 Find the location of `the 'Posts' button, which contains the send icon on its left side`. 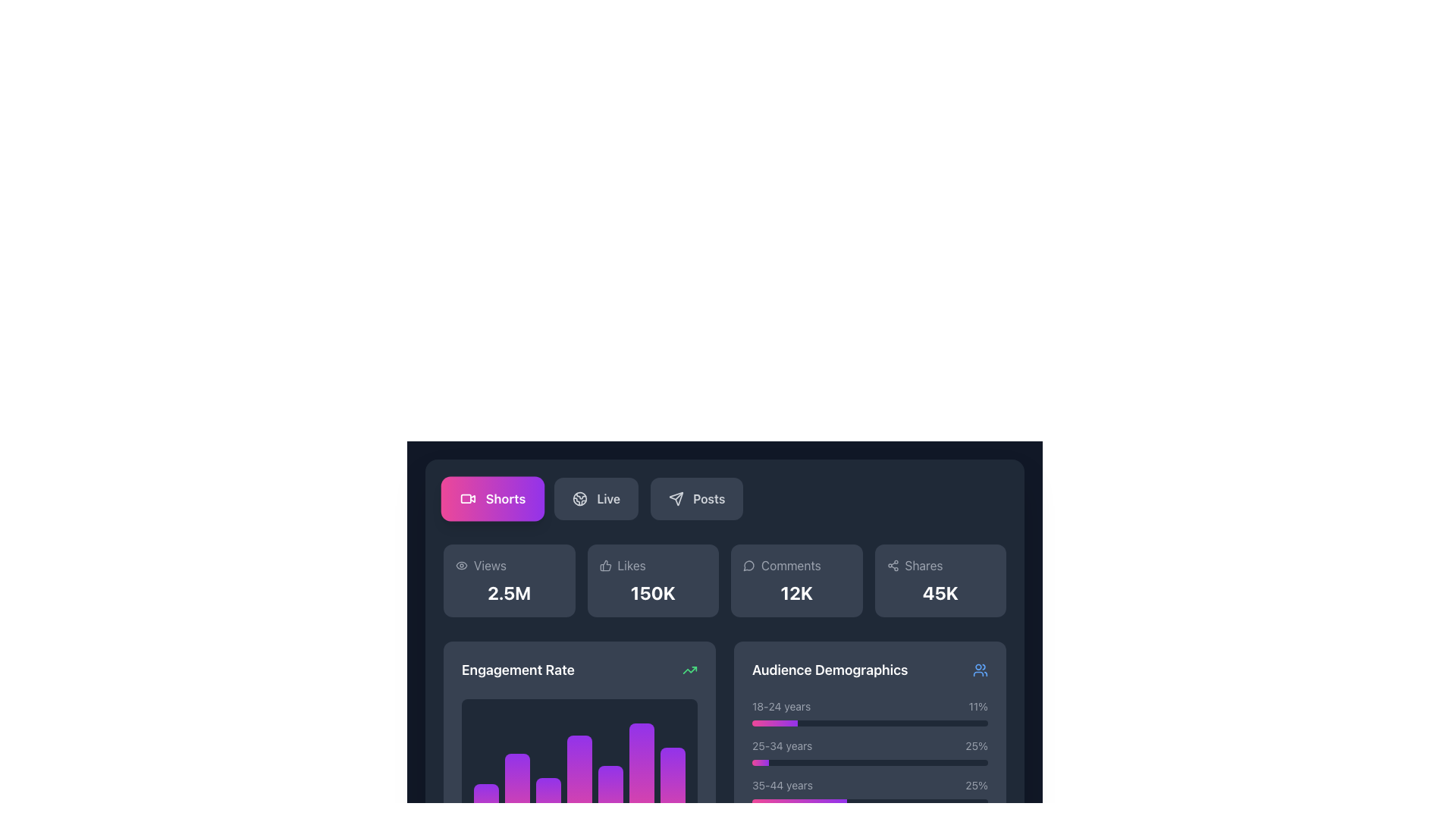

the 'Posts' button, which contains the send icon on its left side is located at coordinates (676, 499).